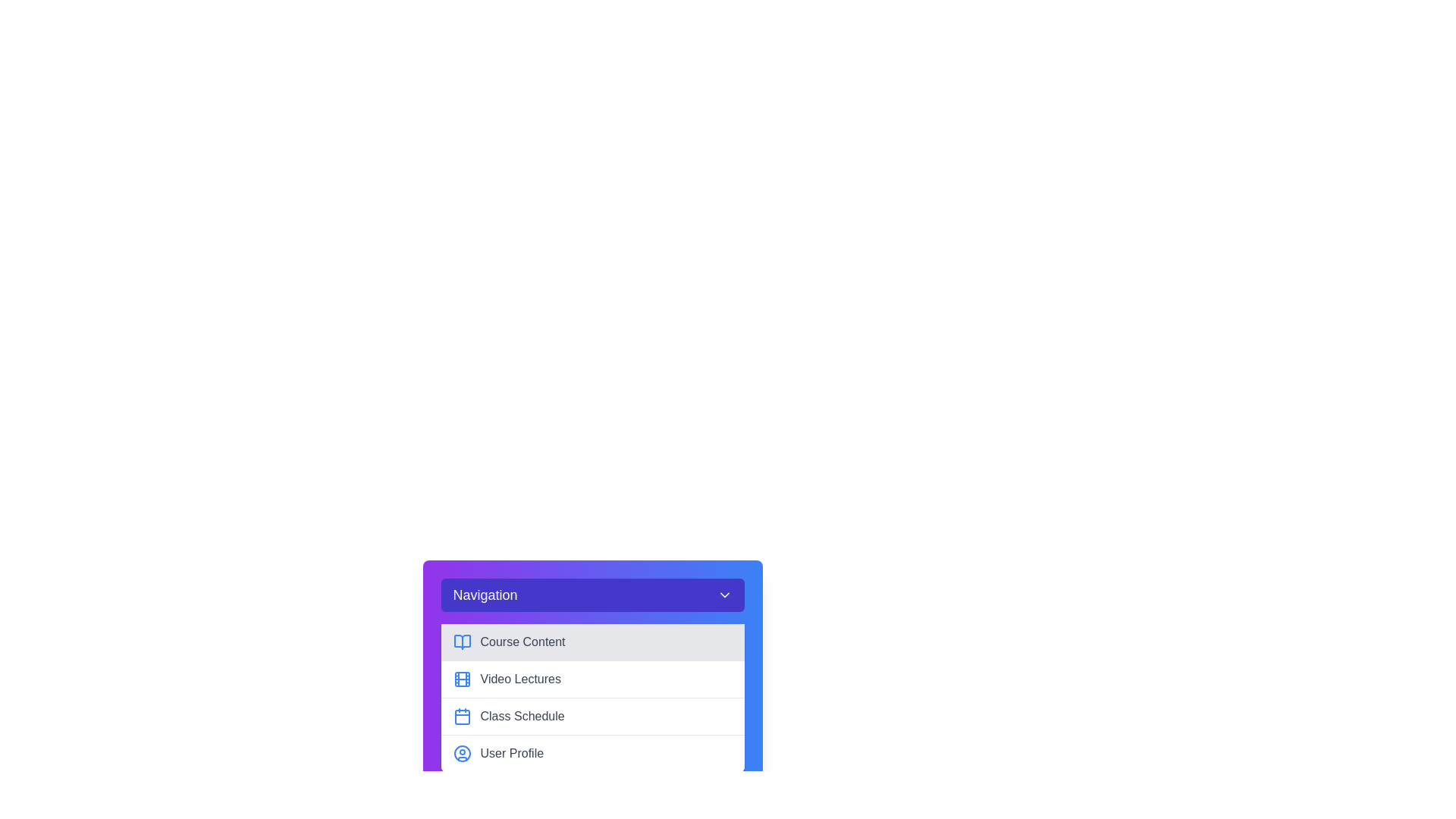 Image resolution: width=1456 pixels, height=819 pixels. Describe the element at coordinates (461, 717) in the screenshot. I see `the 'Class Schedule' SVG icon located to the left of the 'Class Schedule' text in the navigation menu, which is the third item in the list` at that location.